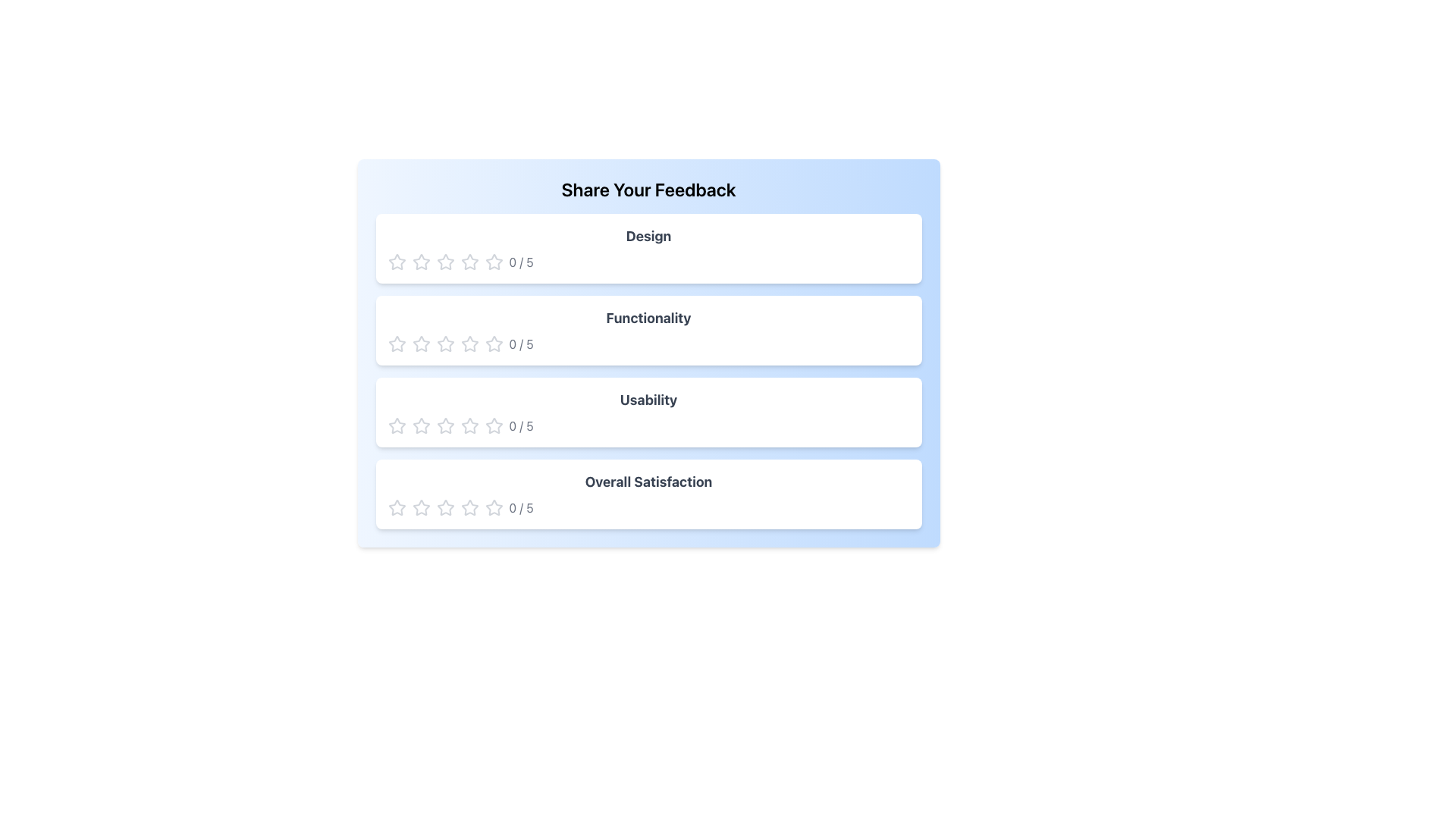 The height and width of the screenshot is (819, 1456). I want to click on the second star icon in the rating system for the 'Functionality' aspect of the feedback form, so click(444, 344).